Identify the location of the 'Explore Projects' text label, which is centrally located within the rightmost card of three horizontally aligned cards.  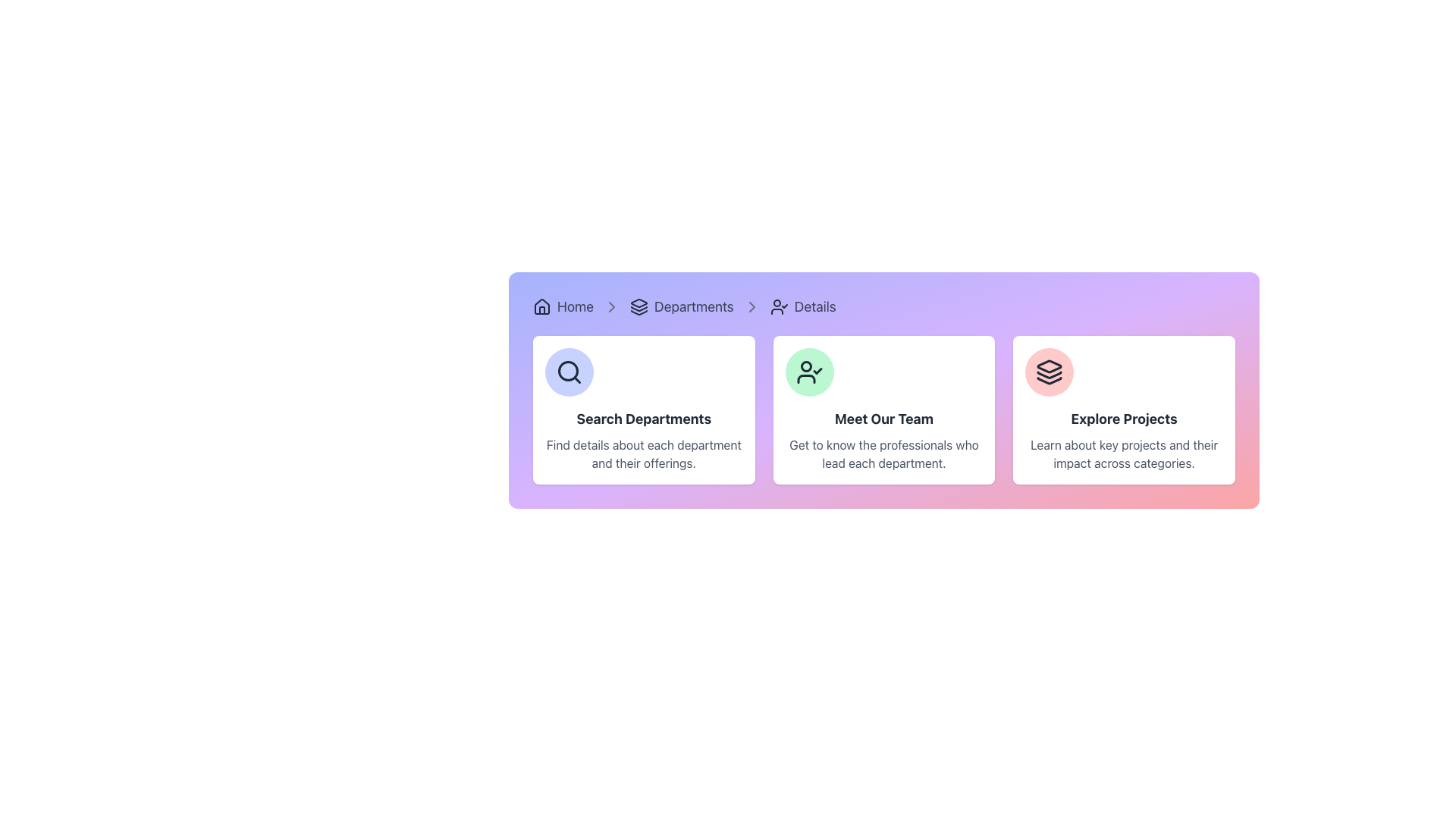
(1124, 419).